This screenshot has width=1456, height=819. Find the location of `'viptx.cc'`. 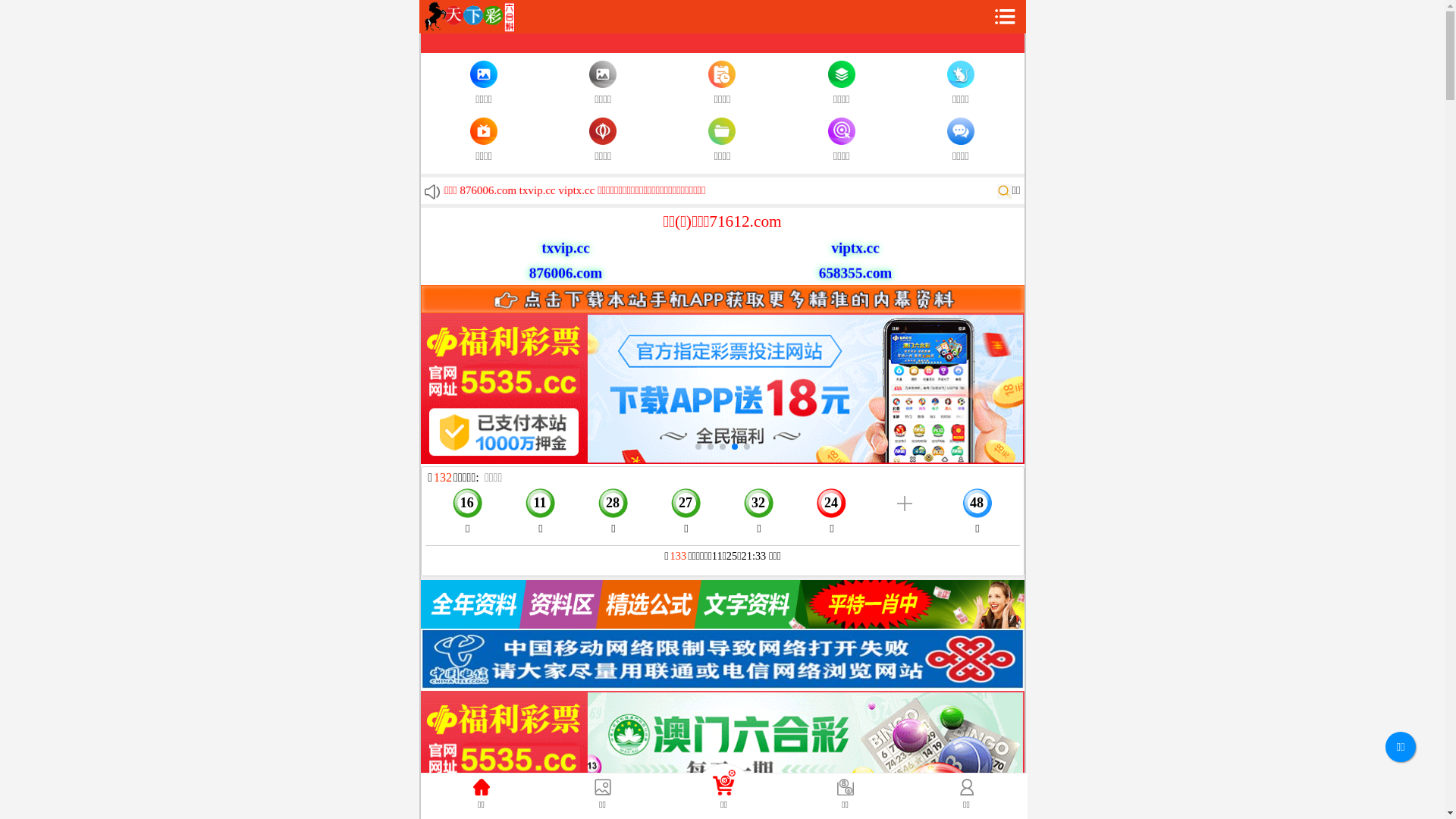

'viptx.cc' is located at coordinates (851, 246).